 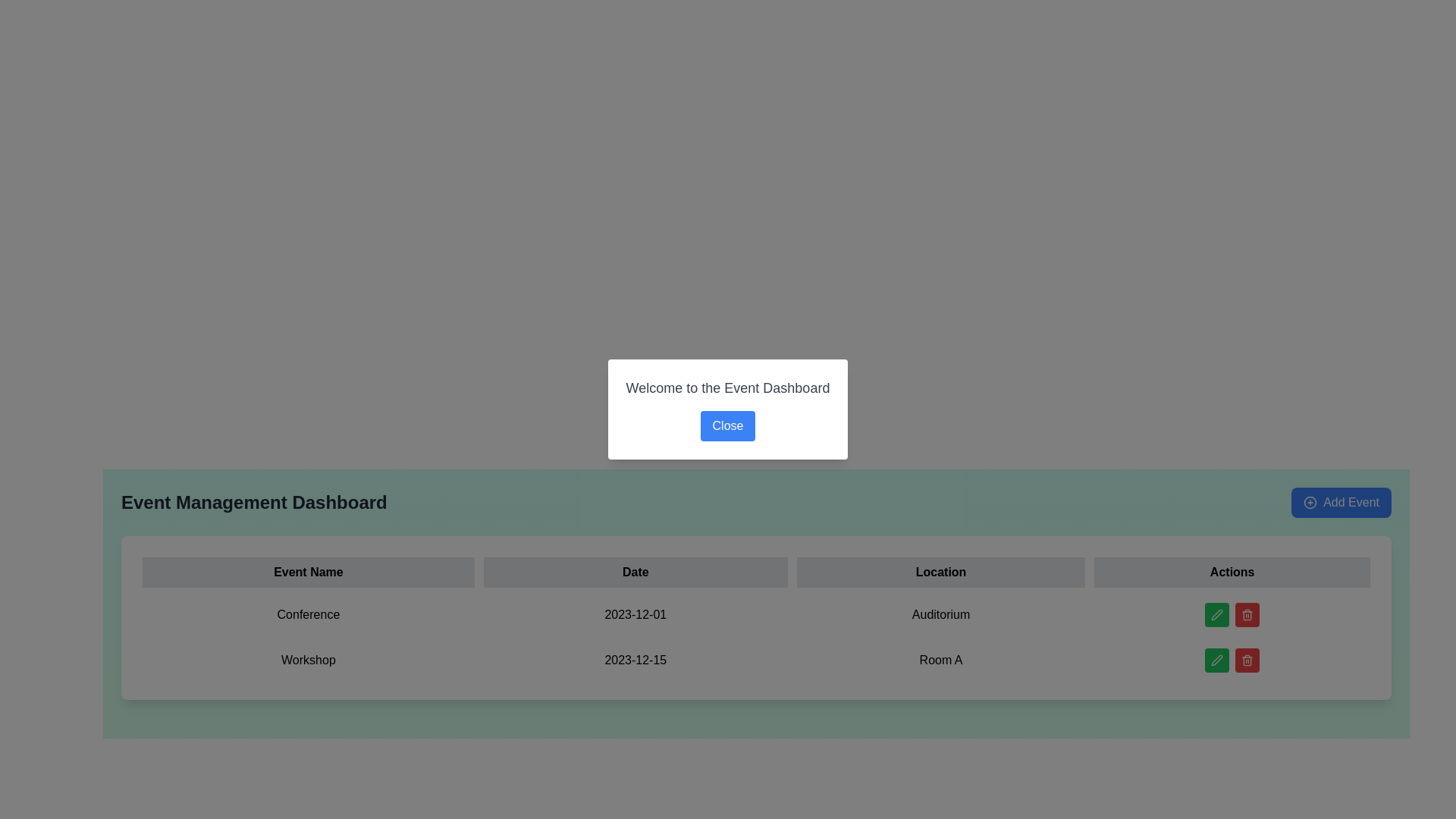 What do you see at coordinates (1217, 660) in the screenshot?
I see `the 'edit' button for the 'Workshop' event` at bounding box center [1217, 660].